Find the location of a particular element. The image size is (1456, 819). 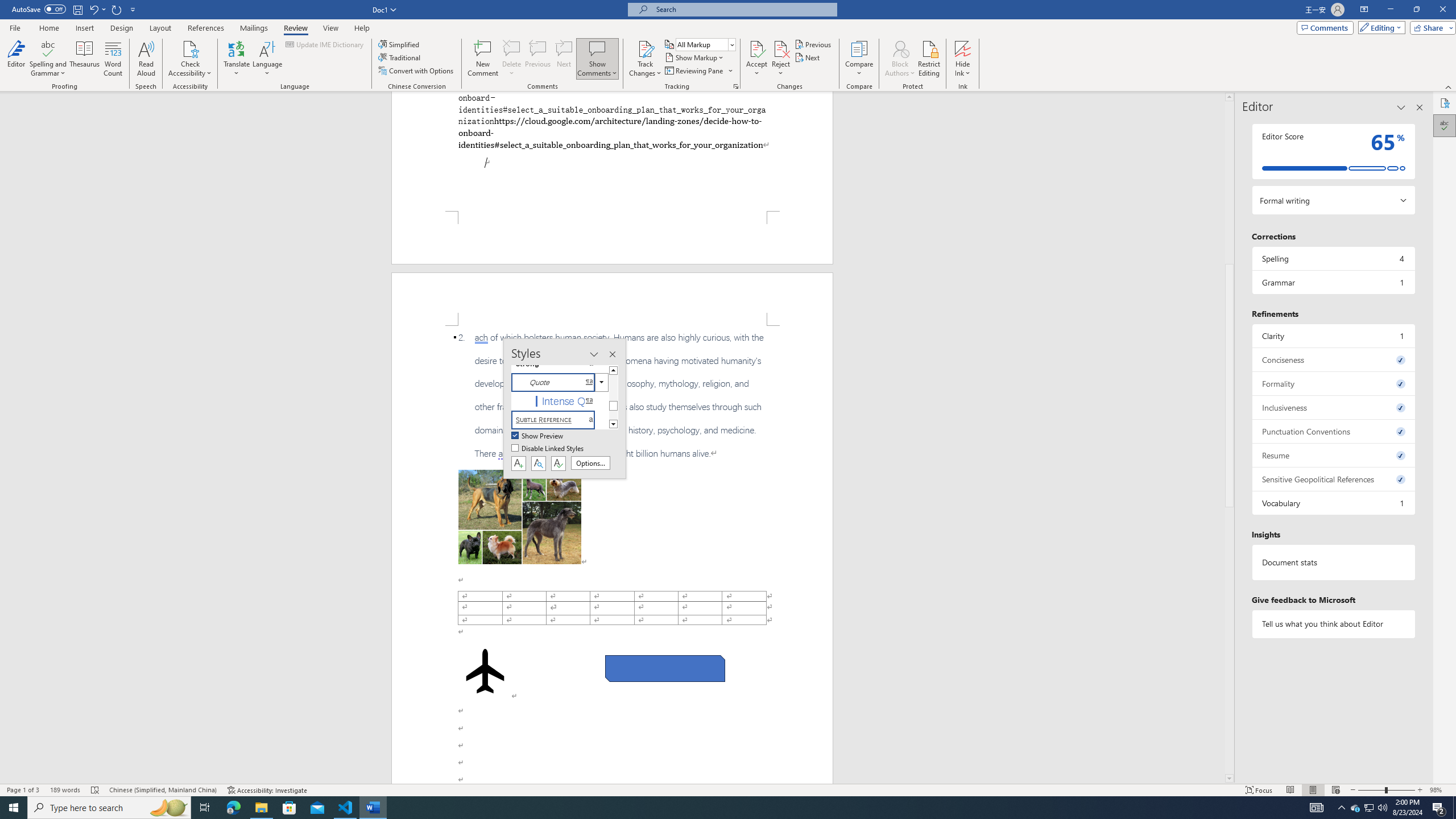

'Reject' is located at coordinates (781, 59).